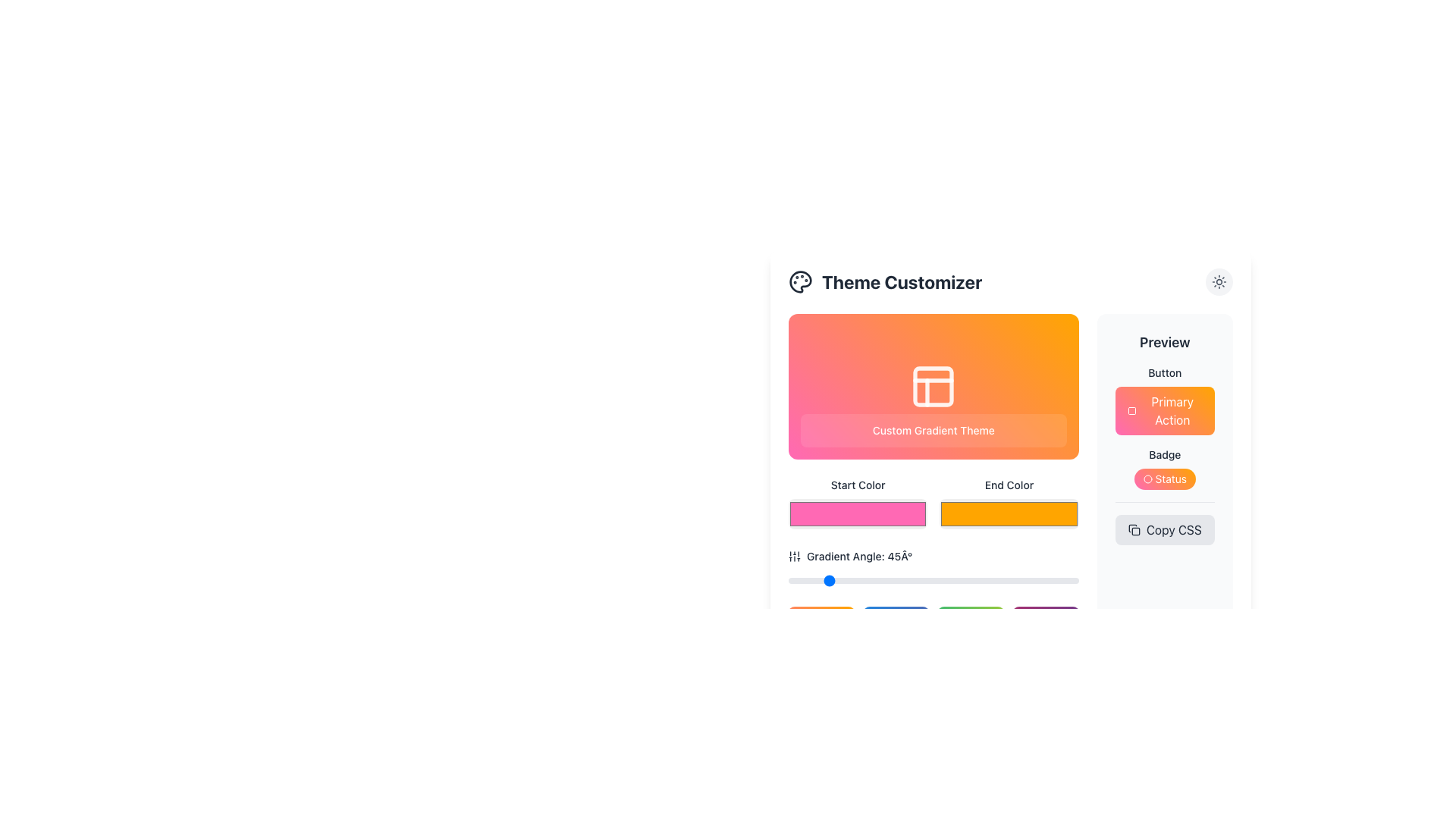  I want to click on the 'Copy CSS' button with a light gray background, so click(1164, 529).